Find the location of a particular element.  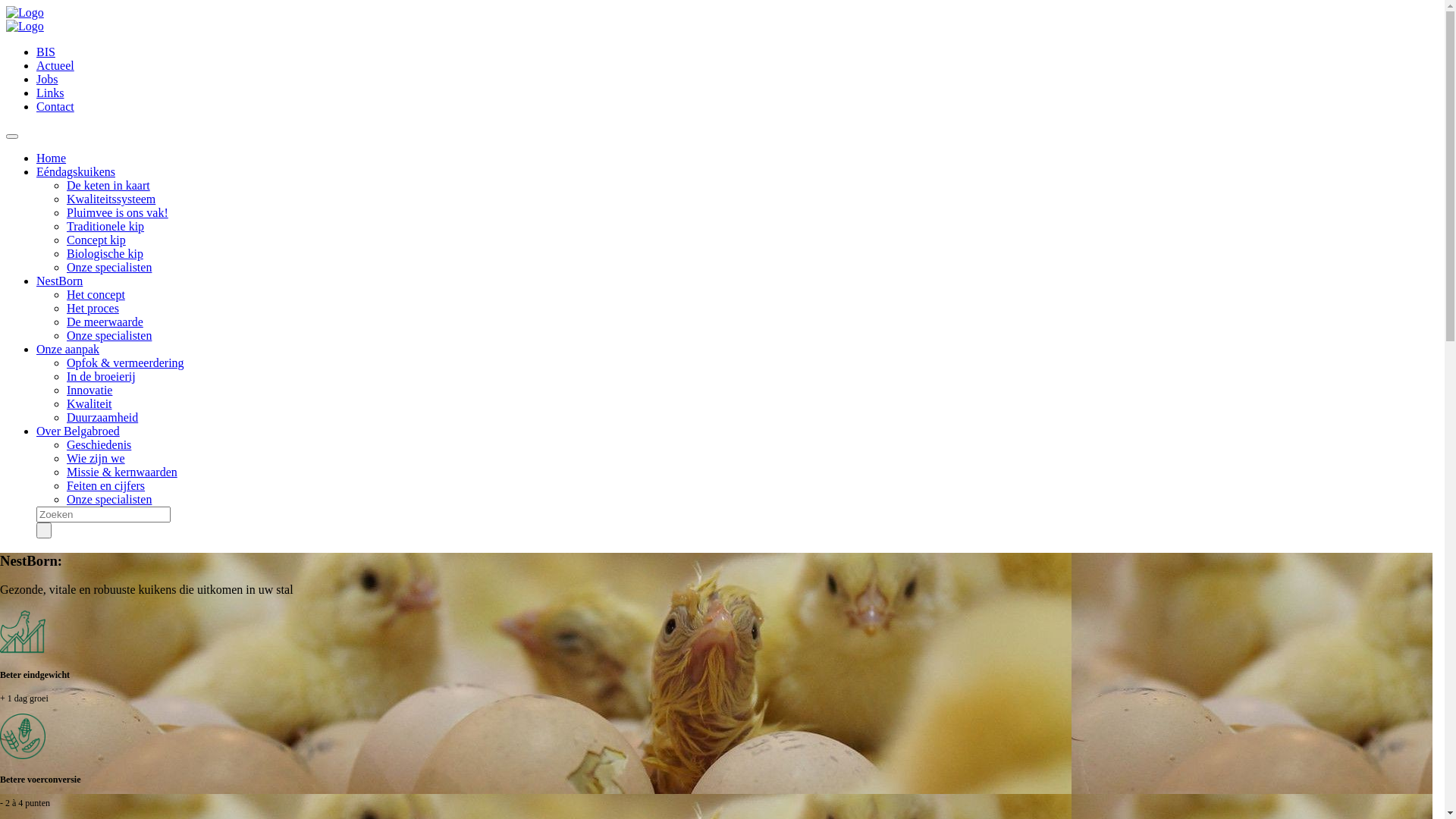

'NestBorn' is located at coordinates (59, 281).